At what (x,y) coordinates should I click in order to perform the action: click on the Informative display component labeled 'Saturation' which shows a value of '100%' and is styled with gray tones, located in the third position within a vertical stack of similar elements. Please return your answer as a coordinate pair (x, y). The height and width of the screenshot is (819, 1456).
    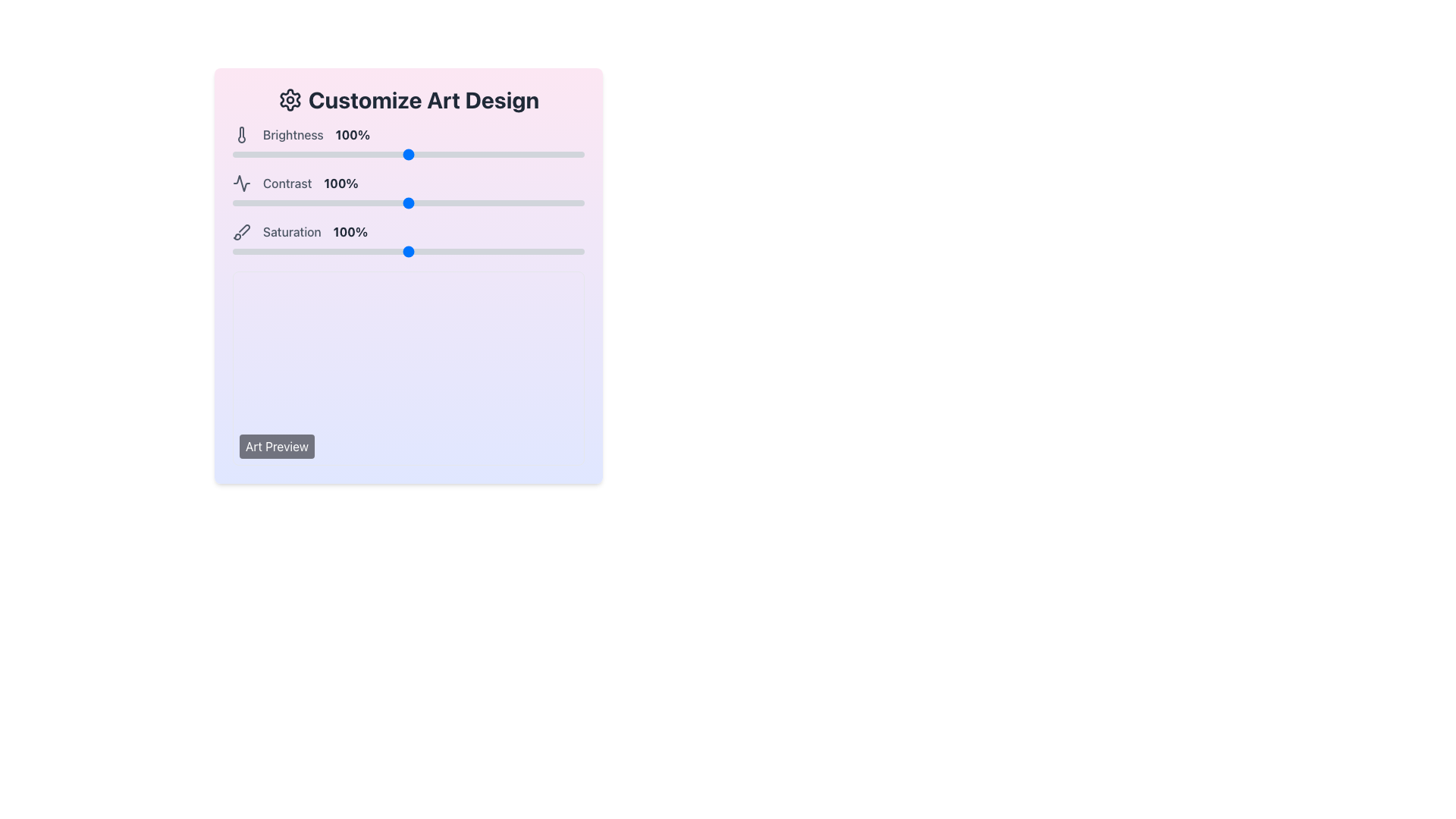
    Looking at the image, I should click on (408, 231).